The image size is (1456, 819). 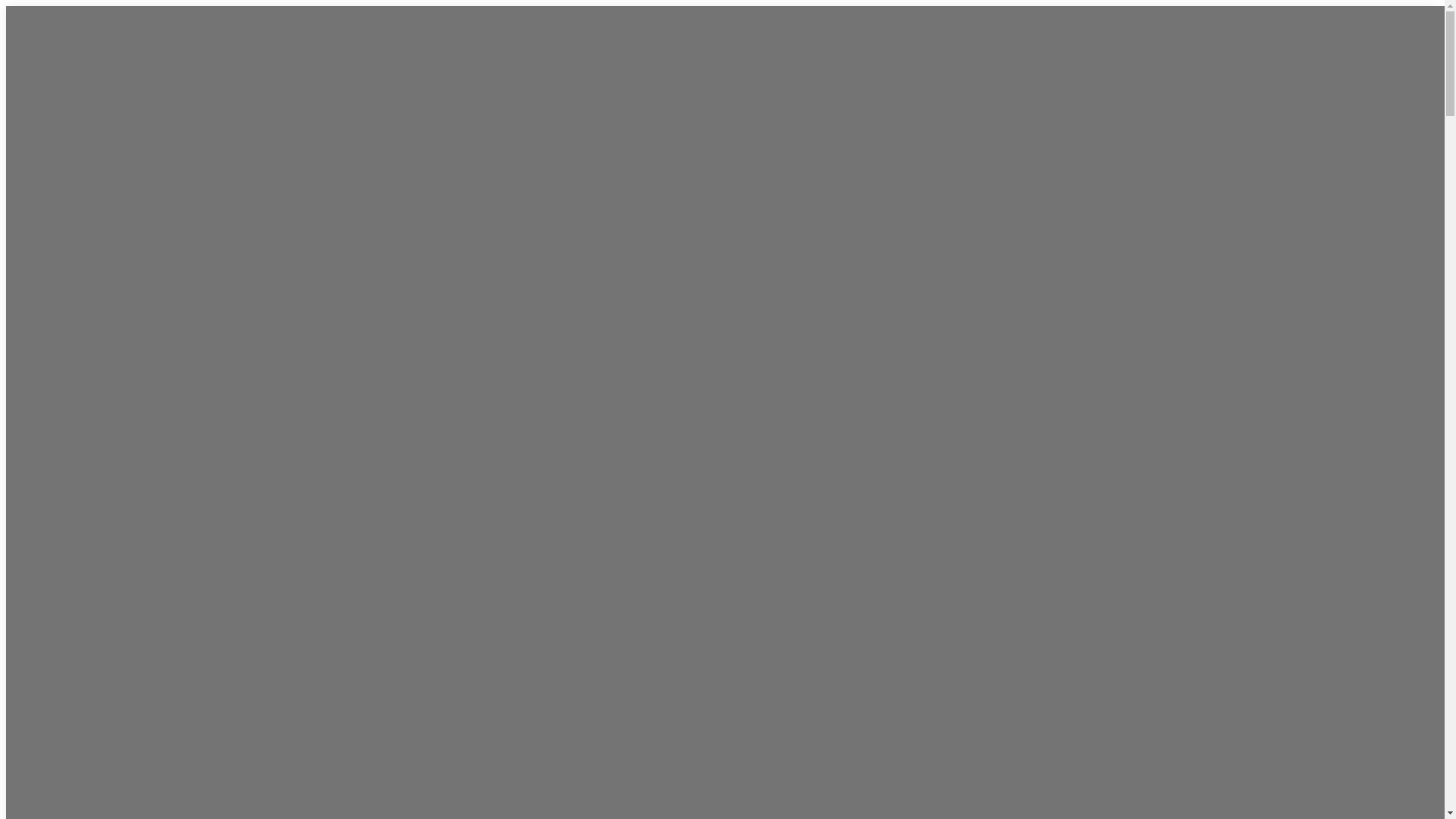 I want to click on 'Local Government Law', so click(x=693, y=221).